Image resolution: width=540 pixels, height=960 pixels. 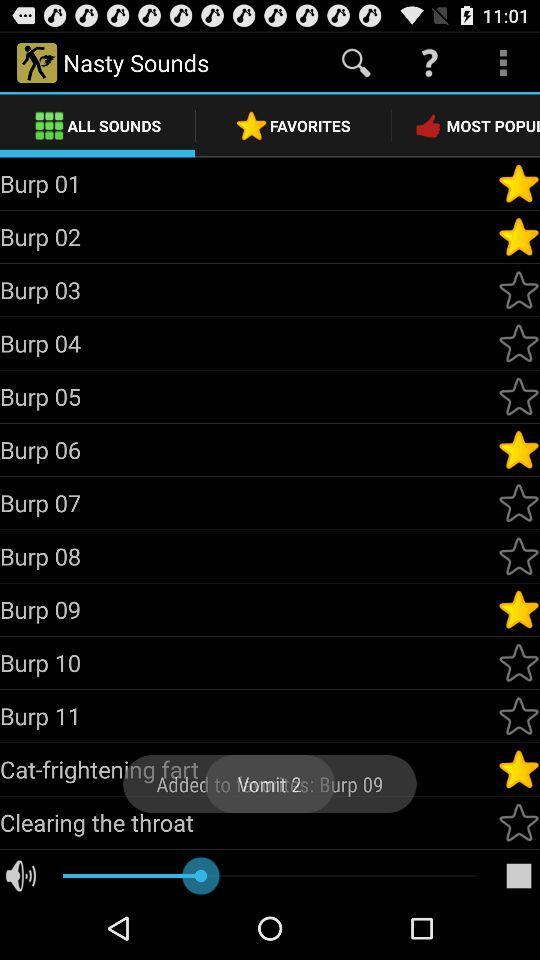 I want to click on mark as a favorite, so click(x=518, y=822).